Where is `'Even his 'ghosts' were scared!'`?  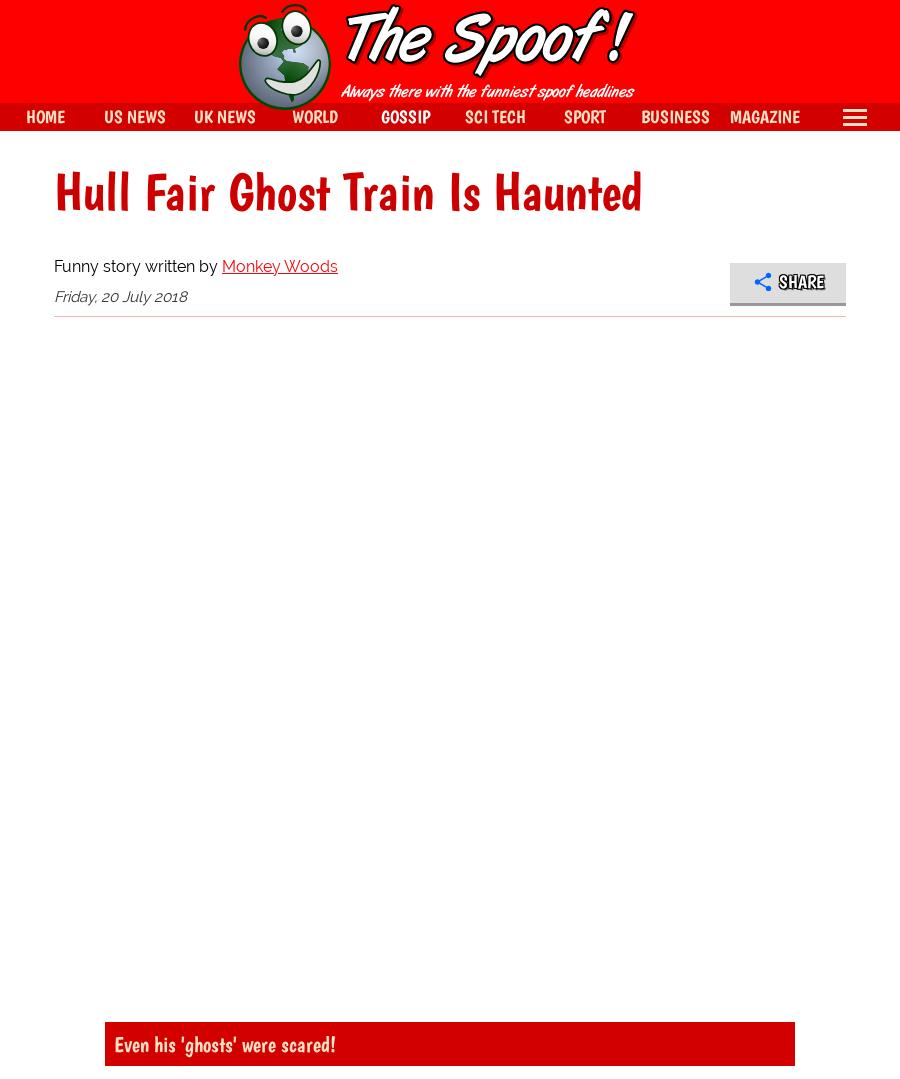
'Even his 'ghosts' were scared!' is located at coordinates (225, 1043).